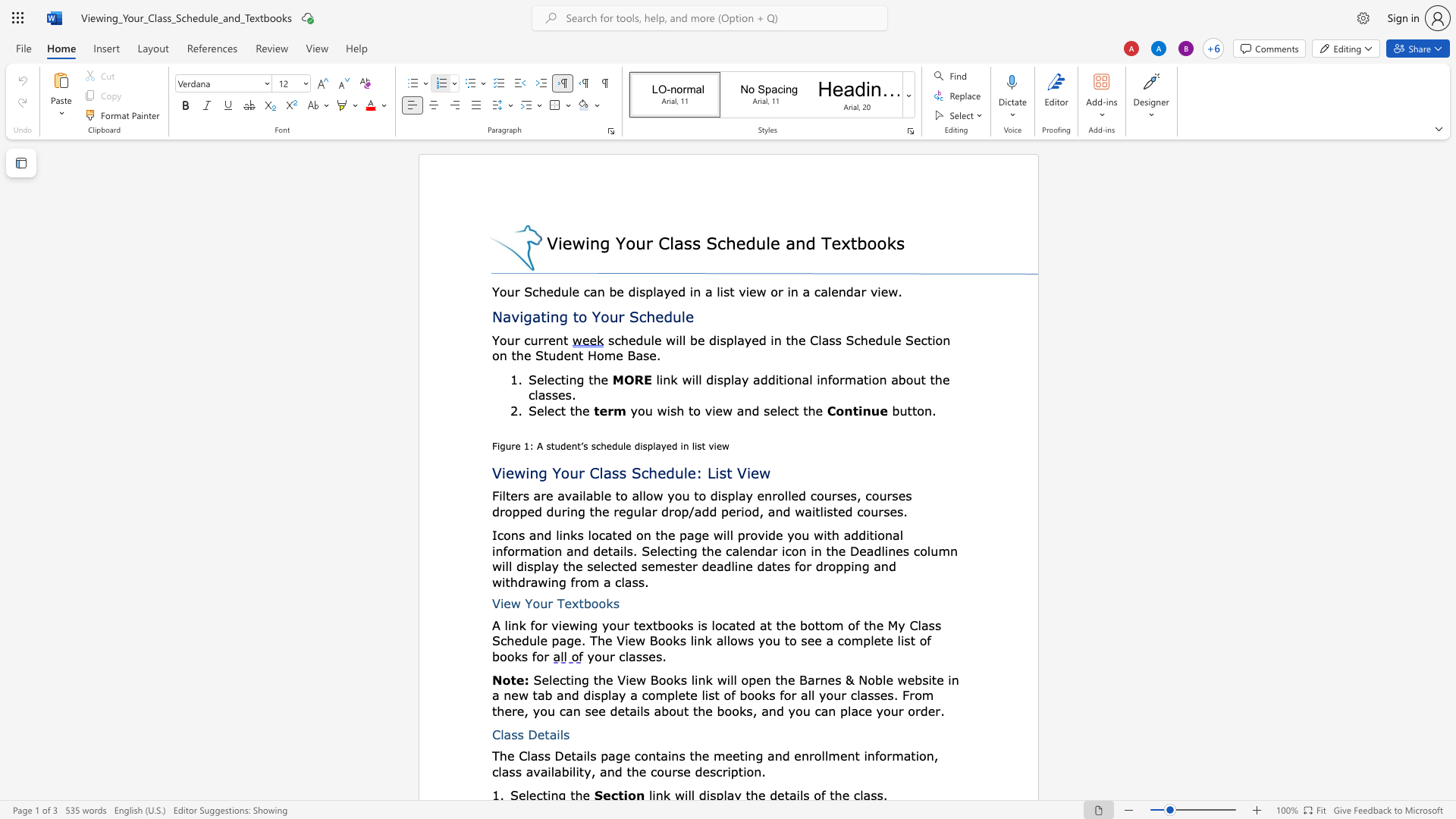 The image size is (1456, 819). What do you see at coordinates (611, 472) in the screenshot?
I see `the space between the continuous character "a" and "s" in the text` at bounding box center [611, 472].